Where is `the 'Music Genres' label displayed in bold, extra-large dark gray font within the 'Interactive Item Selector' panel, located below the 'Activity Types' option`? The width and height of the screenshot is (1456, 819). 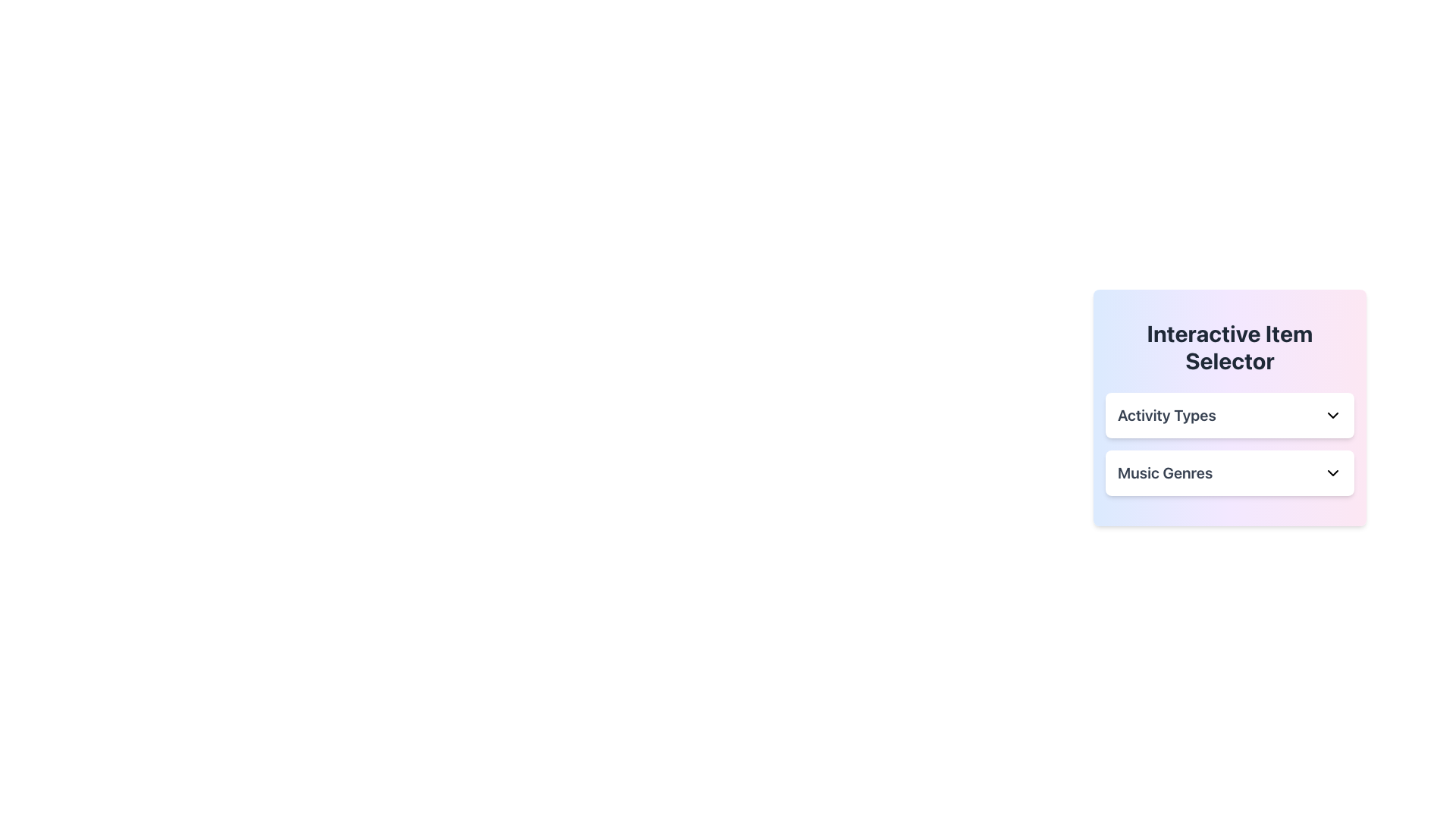 the 'Music Genres' label displayed in bold, extra-large dark gray font within the 'Interactive Item Selector' panel, located below the 'Activity Types' option is located at coordinates (1164, 472).